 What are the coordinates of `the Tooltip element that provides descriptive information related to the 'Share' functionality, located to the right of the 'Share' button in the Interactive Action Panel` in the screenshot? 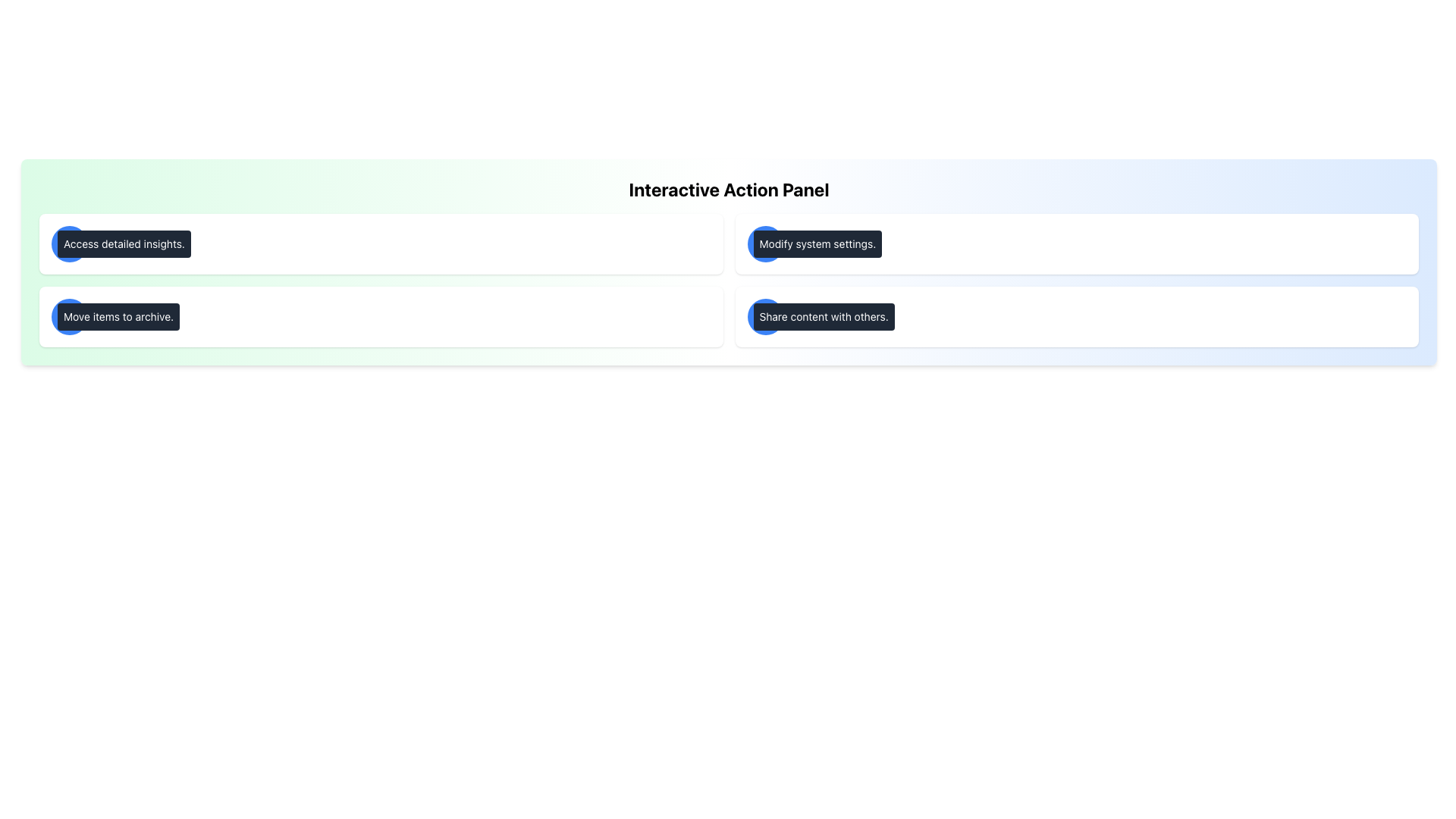 It's located at (823, 315).